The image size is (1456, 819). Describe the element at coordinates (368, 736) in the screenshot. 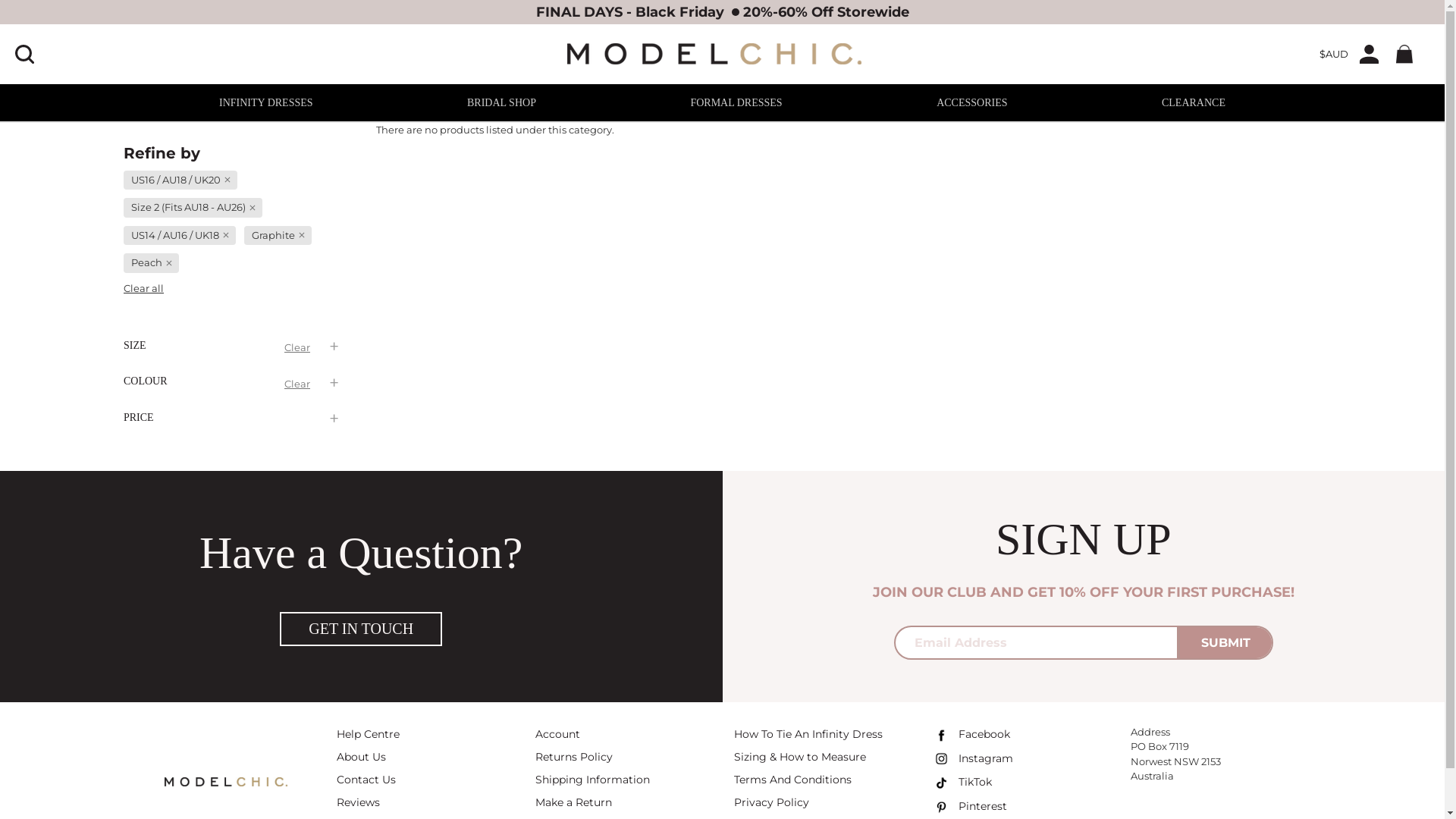

I see `'Help Centre'` at that location.